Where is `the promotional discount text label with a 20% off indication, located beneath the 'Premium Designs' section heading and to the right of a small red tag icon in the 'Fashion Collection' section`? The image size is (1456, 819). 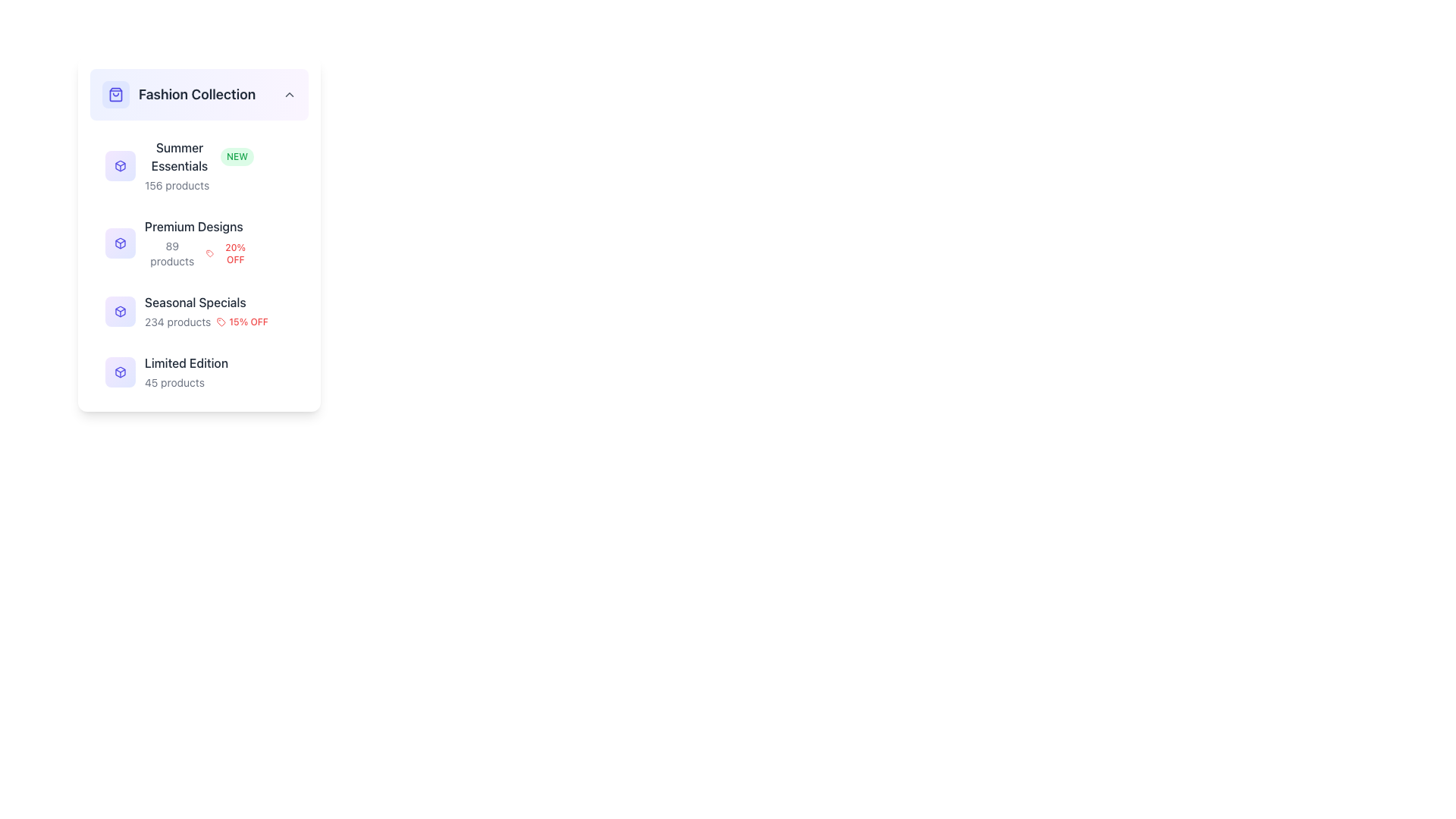
the promotional discount text label with a 20% off indication, located beneath the 'Premium Designs' section heading and to the right of a small red tag icon in the 'Fashion Collection' section is located at coordinates (229, 253).